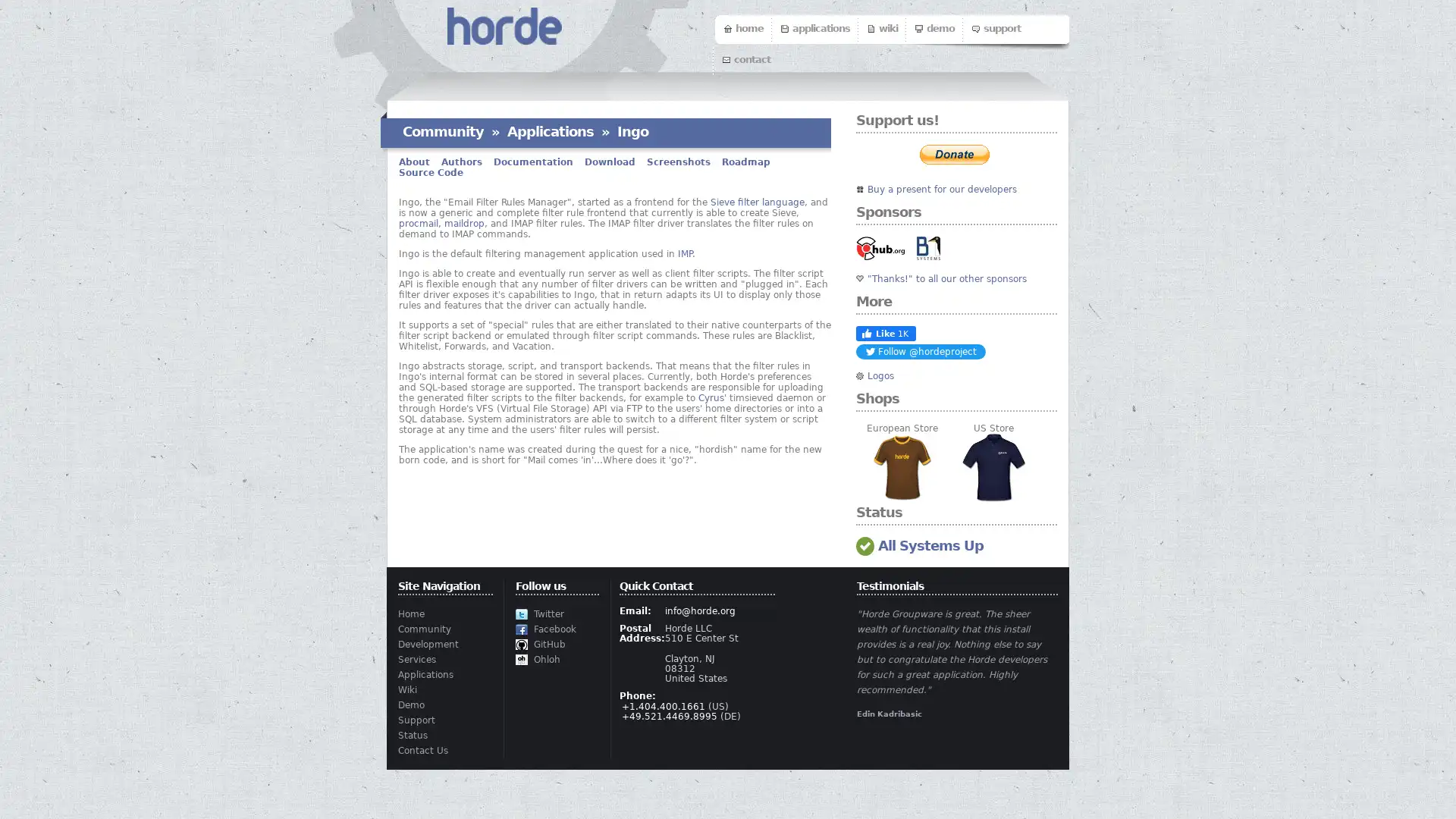  I want to click on PayPal - The safer, easier way to pay online!, so click(953, 155).